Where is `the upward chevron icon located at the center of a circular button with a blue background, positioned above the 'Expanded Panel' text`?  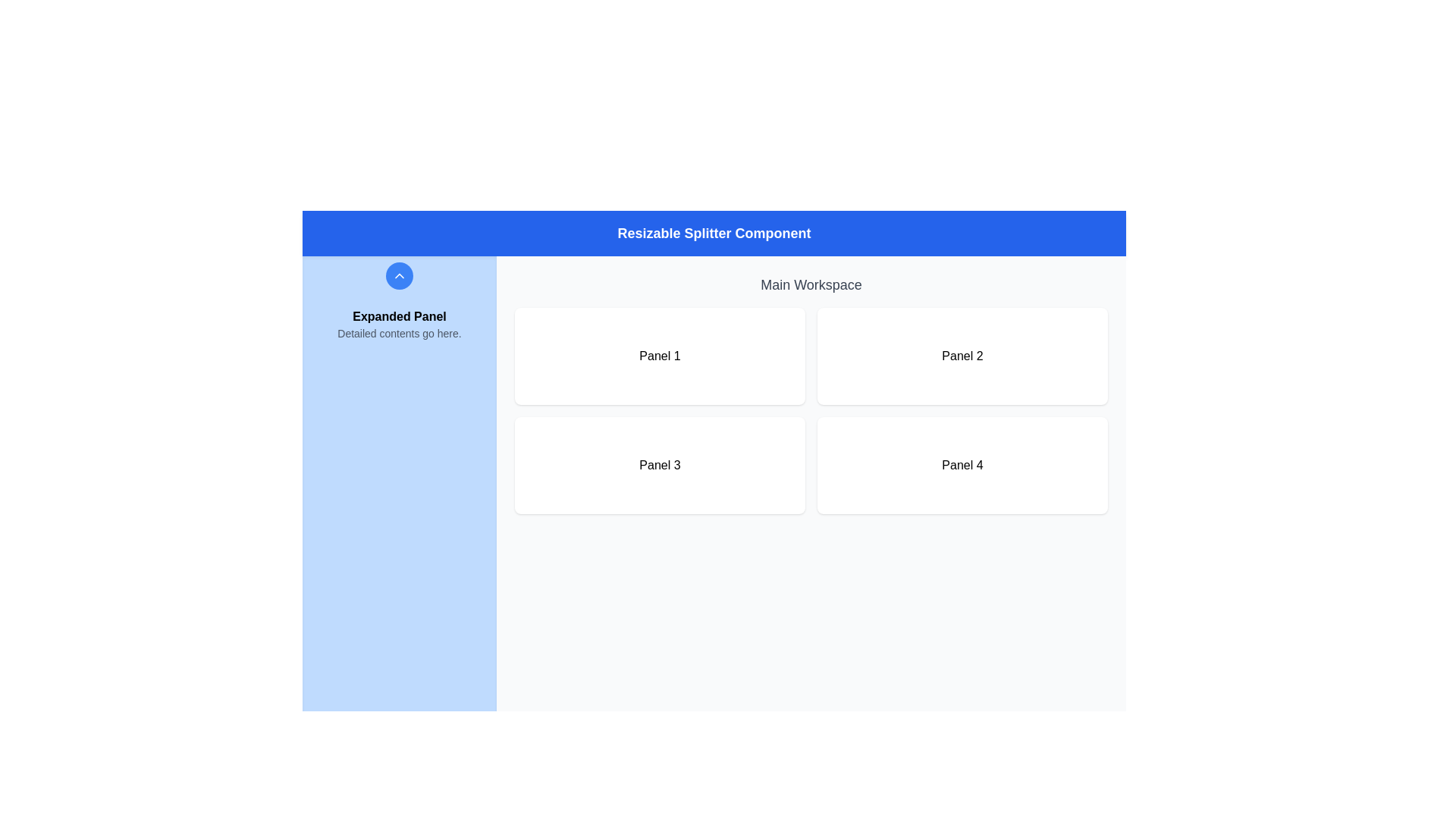 the upward chevron icon located at the center of a circular button with a blue background, positioned above the 'Expanded Panel' text is located at coordinates (400, 275).